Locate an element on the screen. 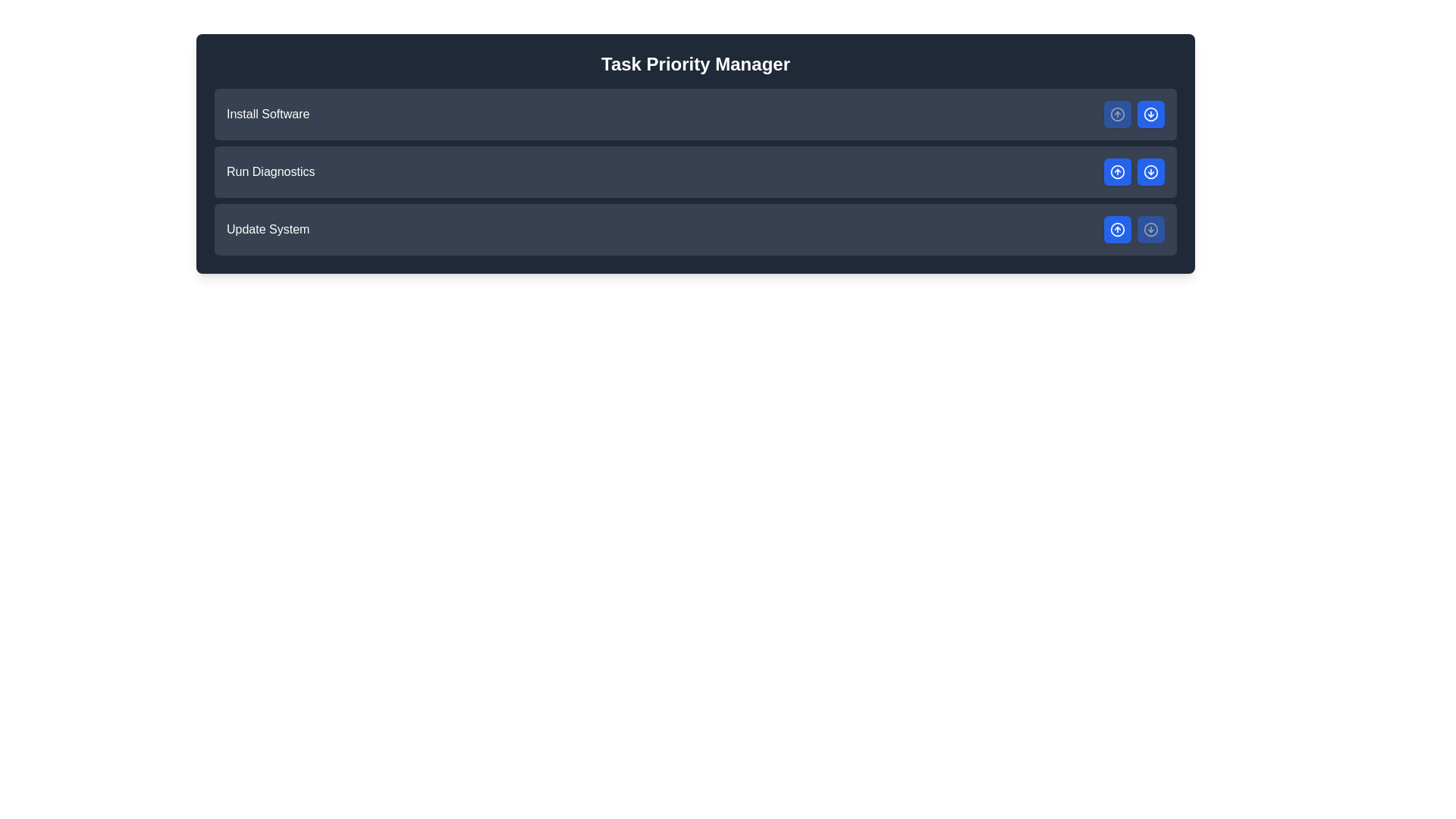  the small square interactive button with a blue background and rounded corners, located at the right end of the 'Update System' task row is located at coordinates (1150, 230).